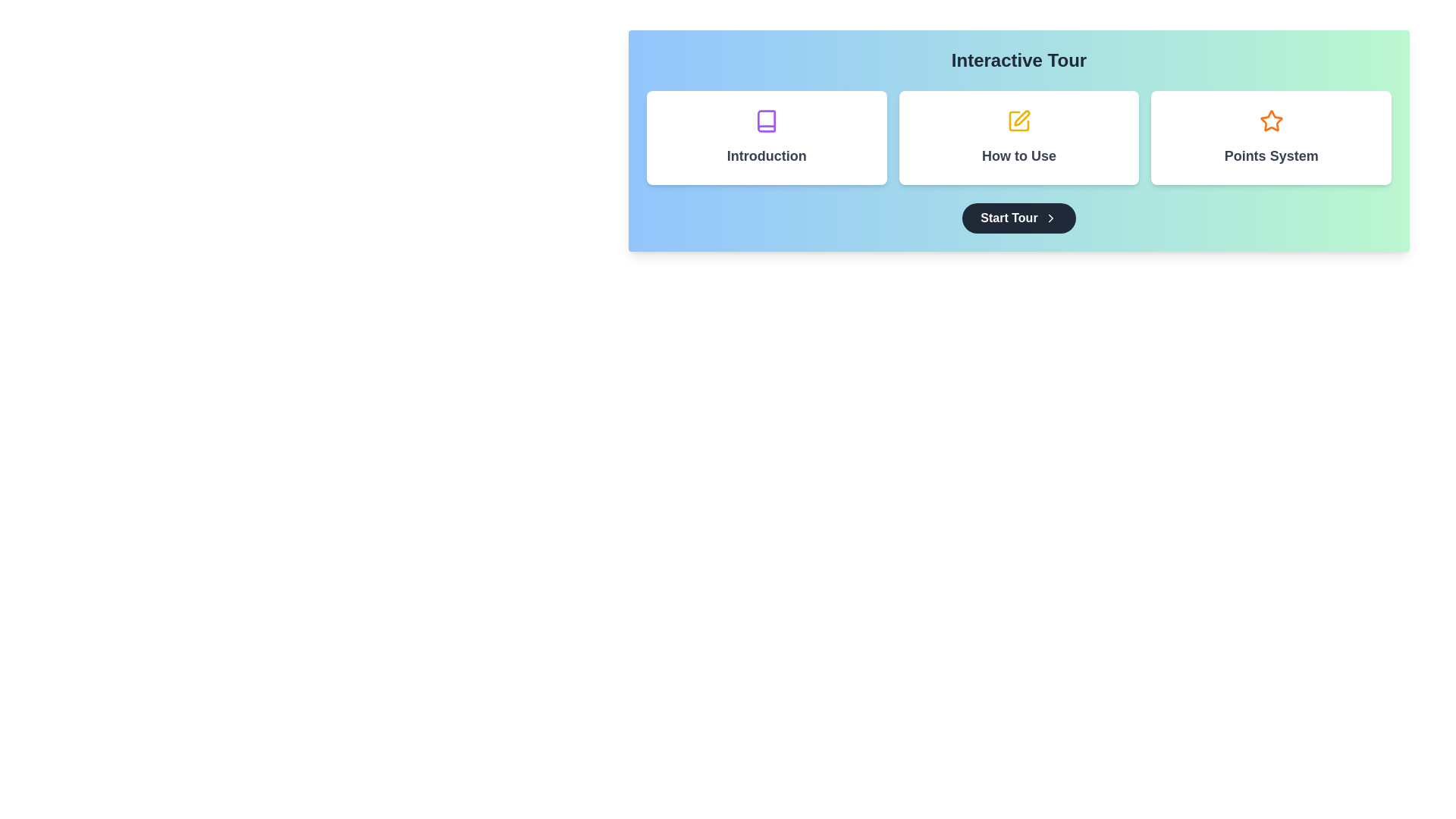 The width and height of the screenshot is (1456, 819). I want to click on the vibrant orange outlined star icon located in the 'Points System' box, positioned above the text 'Points System', so click(1271, 120).